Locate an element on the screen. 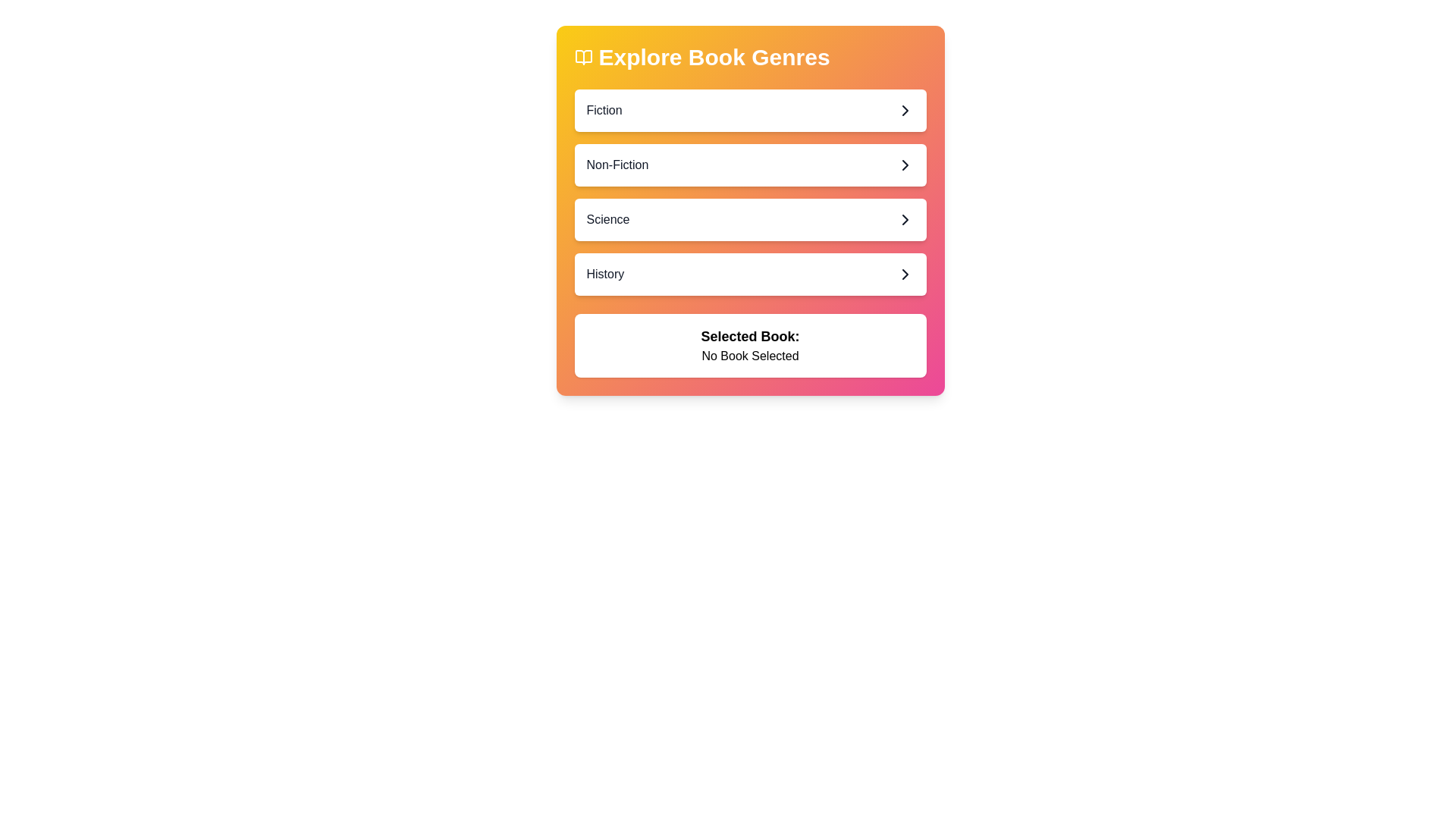 The height and width of the screenshot is (819, 1456). the right-facing chevron icon located at the far right of the 'Science' row in the 'Explore Book Genres' section is located at coordinates (905, 219).